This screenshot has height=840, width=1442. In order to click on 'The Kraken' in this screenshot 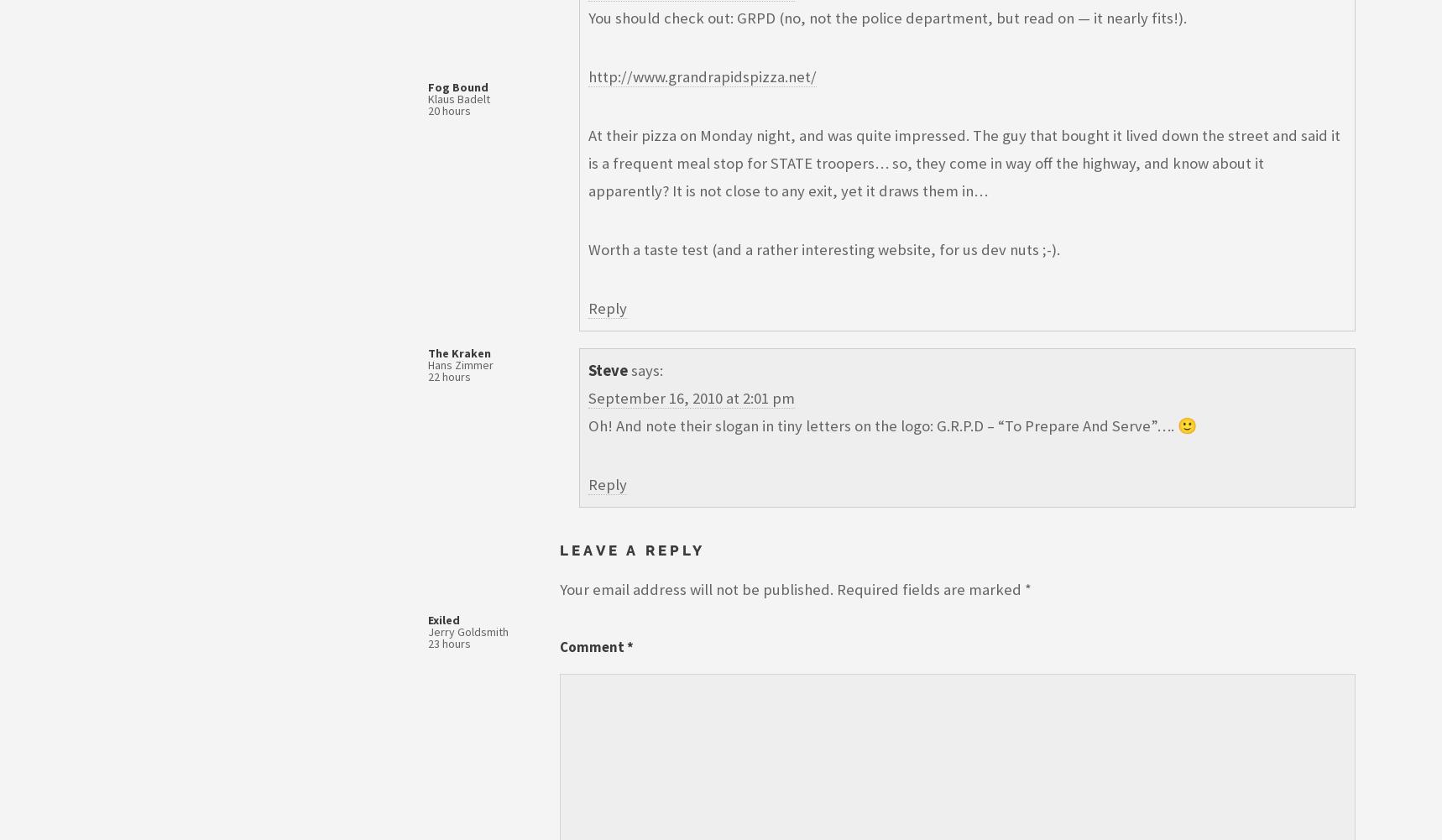, I will do `click(428, 352)`.